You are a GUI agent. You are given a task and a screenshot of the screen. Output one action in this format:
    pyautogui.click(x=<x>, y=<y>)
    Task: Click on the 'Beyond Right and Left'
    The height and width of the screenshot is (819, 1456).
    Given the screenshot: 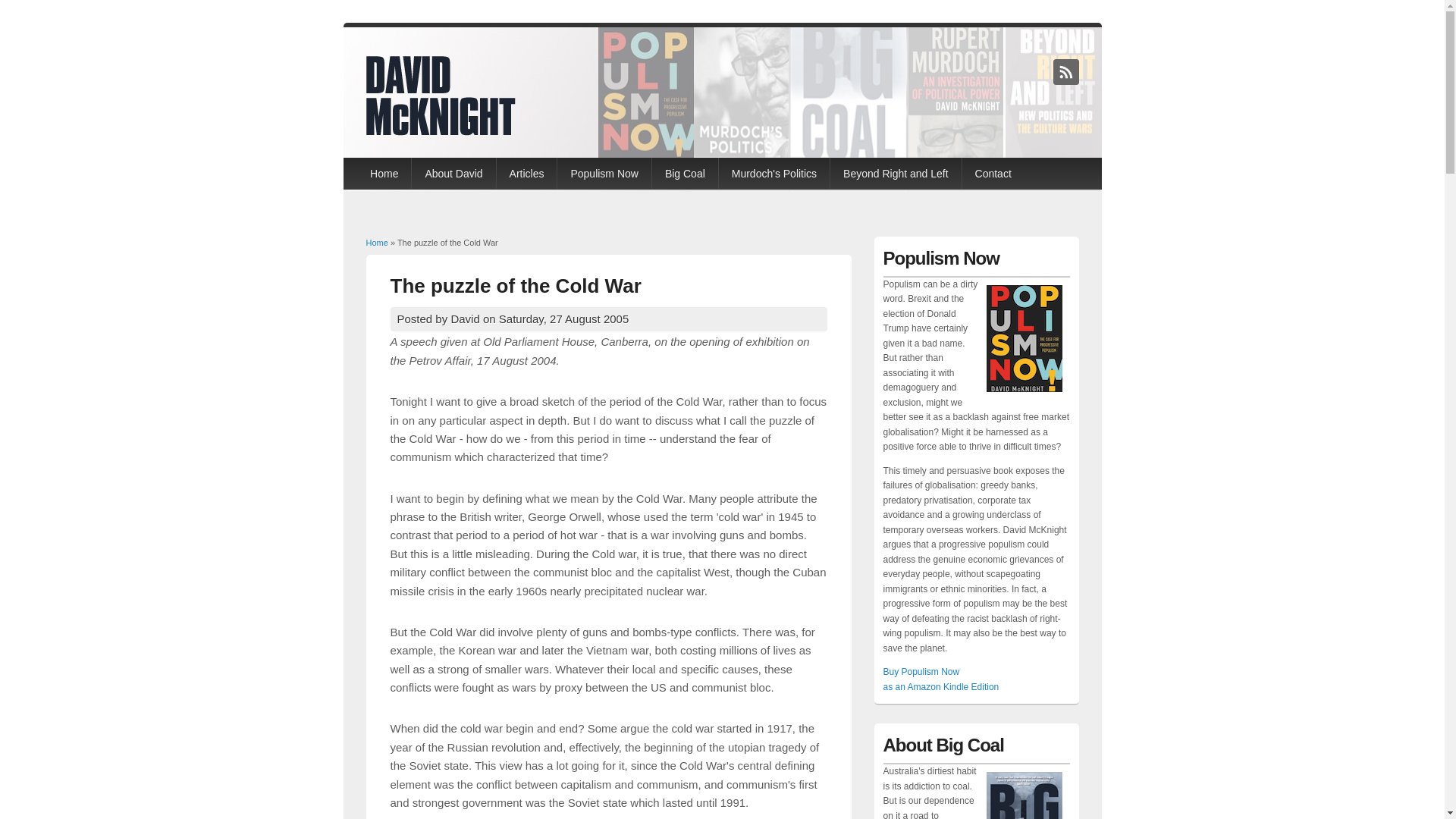 What is the action you would take?
    pyautogui.click(x=829, y=172)
    